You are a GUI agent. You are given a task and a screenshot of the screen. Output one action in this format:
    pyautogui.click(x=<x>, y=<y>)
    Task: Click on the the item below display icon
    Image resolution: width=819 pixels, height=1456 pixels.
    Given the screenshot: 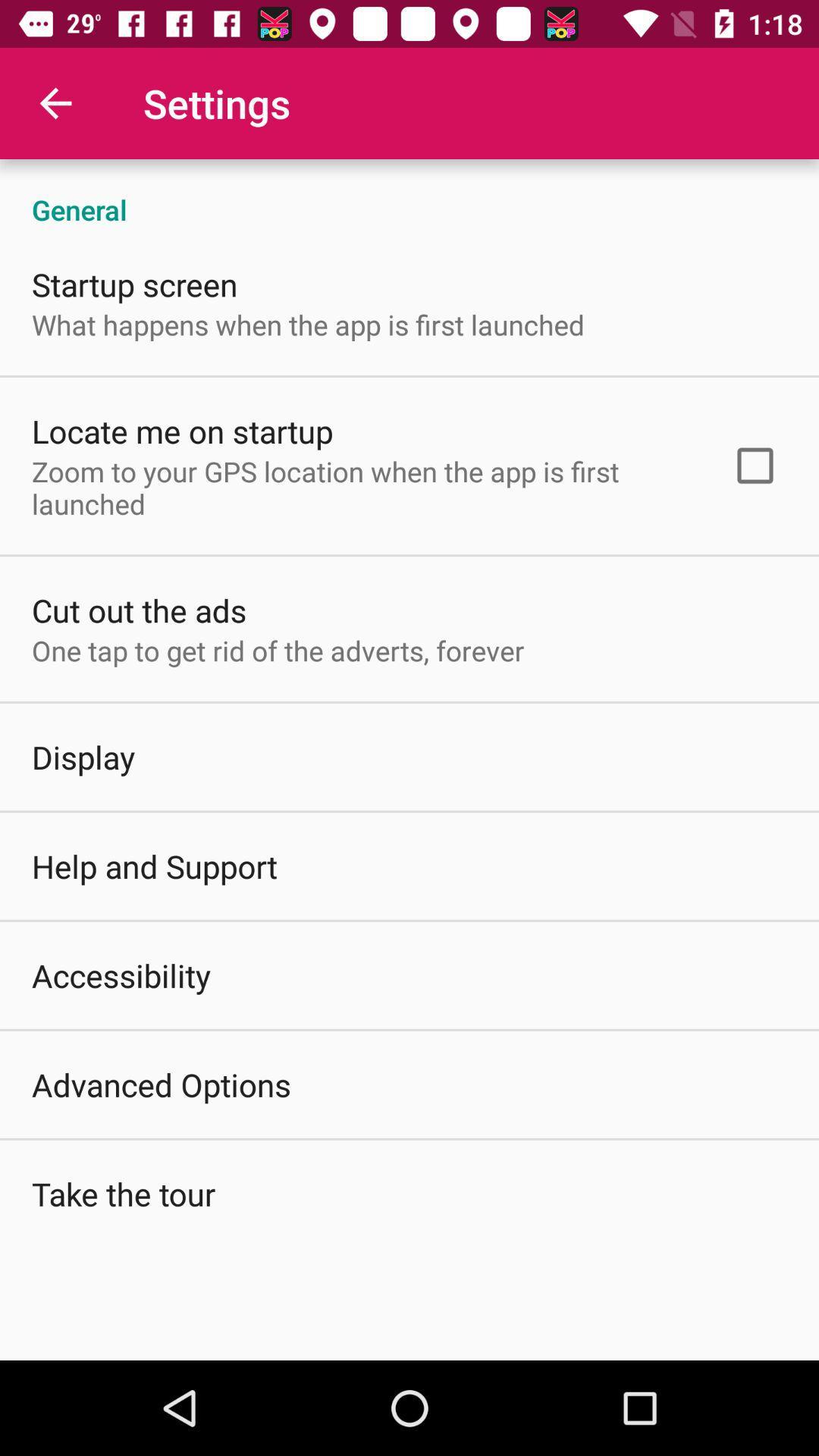 What is the action you would take?
    pyautogui.click(x=155, y=866)
    